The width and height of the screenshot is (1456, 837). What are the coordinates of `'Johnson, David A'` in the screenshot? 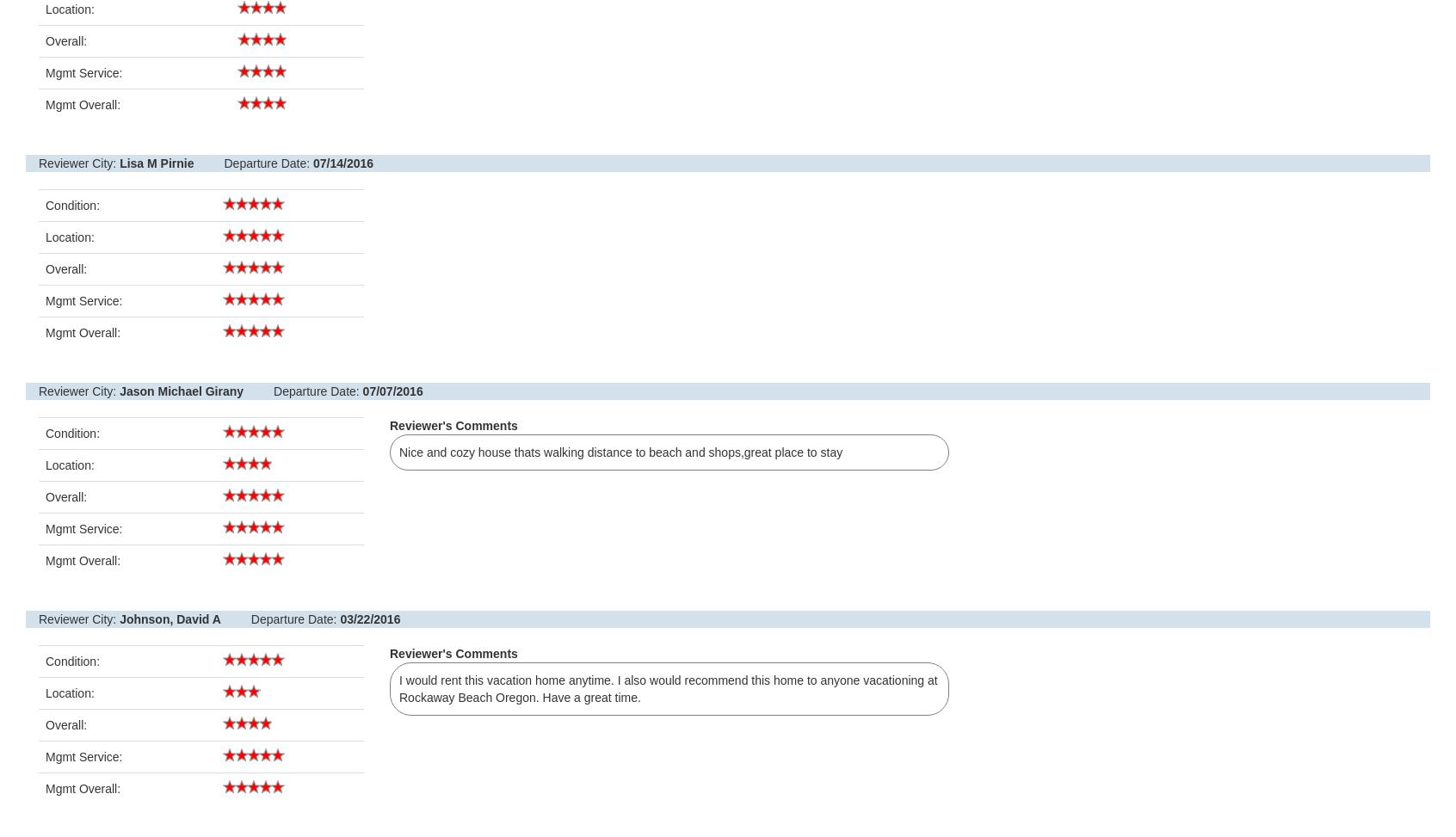 It's located at (169, 619).